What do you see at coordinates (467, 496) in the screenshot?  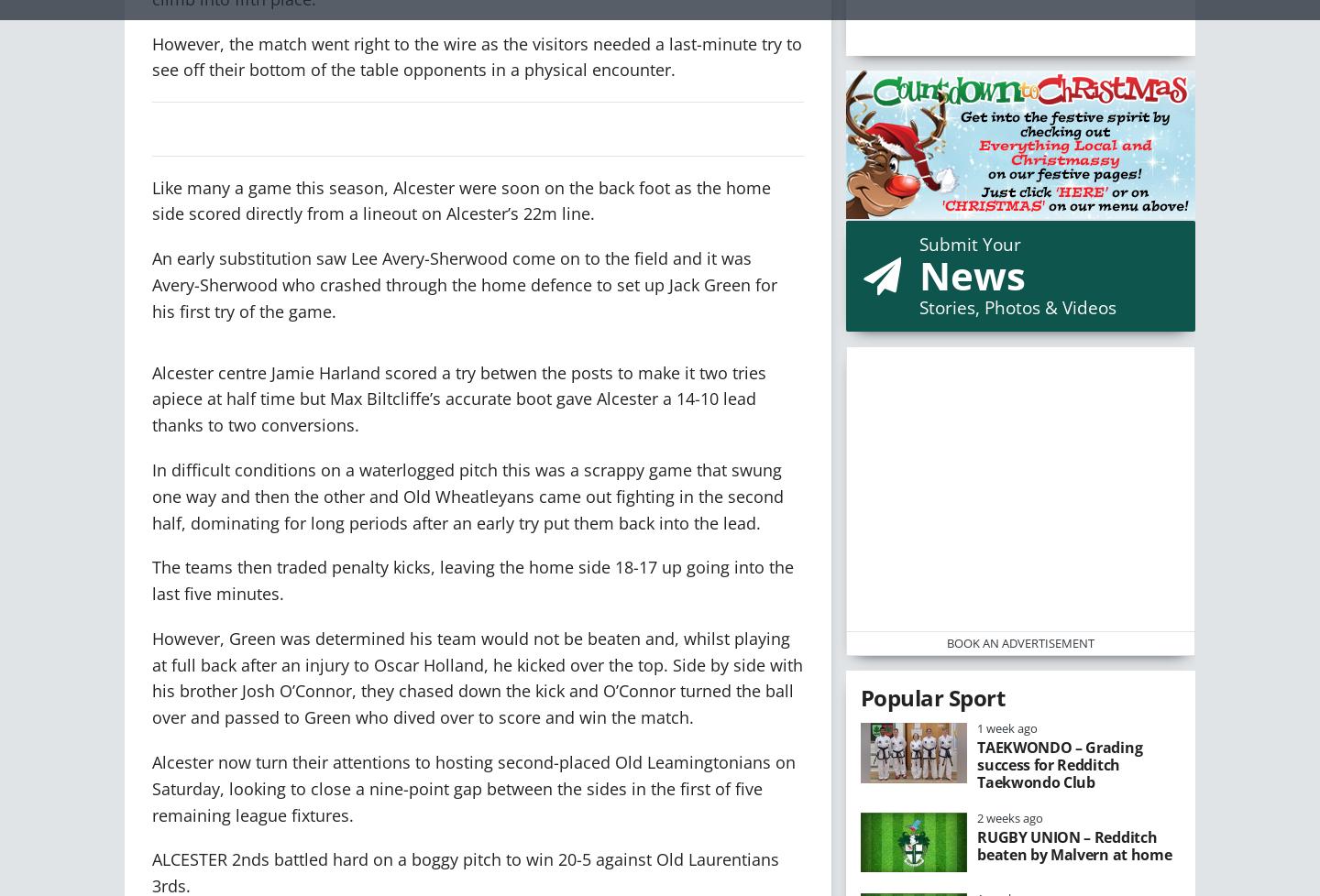 I see `'In difficult conditions on a waterlogged pitch this was a scrappy game that swung one way and then the other and Old Wheatleyans came out fighting in the second half, dominating for long periods after an early try put them back into the lead.'` at bounding box center [467, 496].